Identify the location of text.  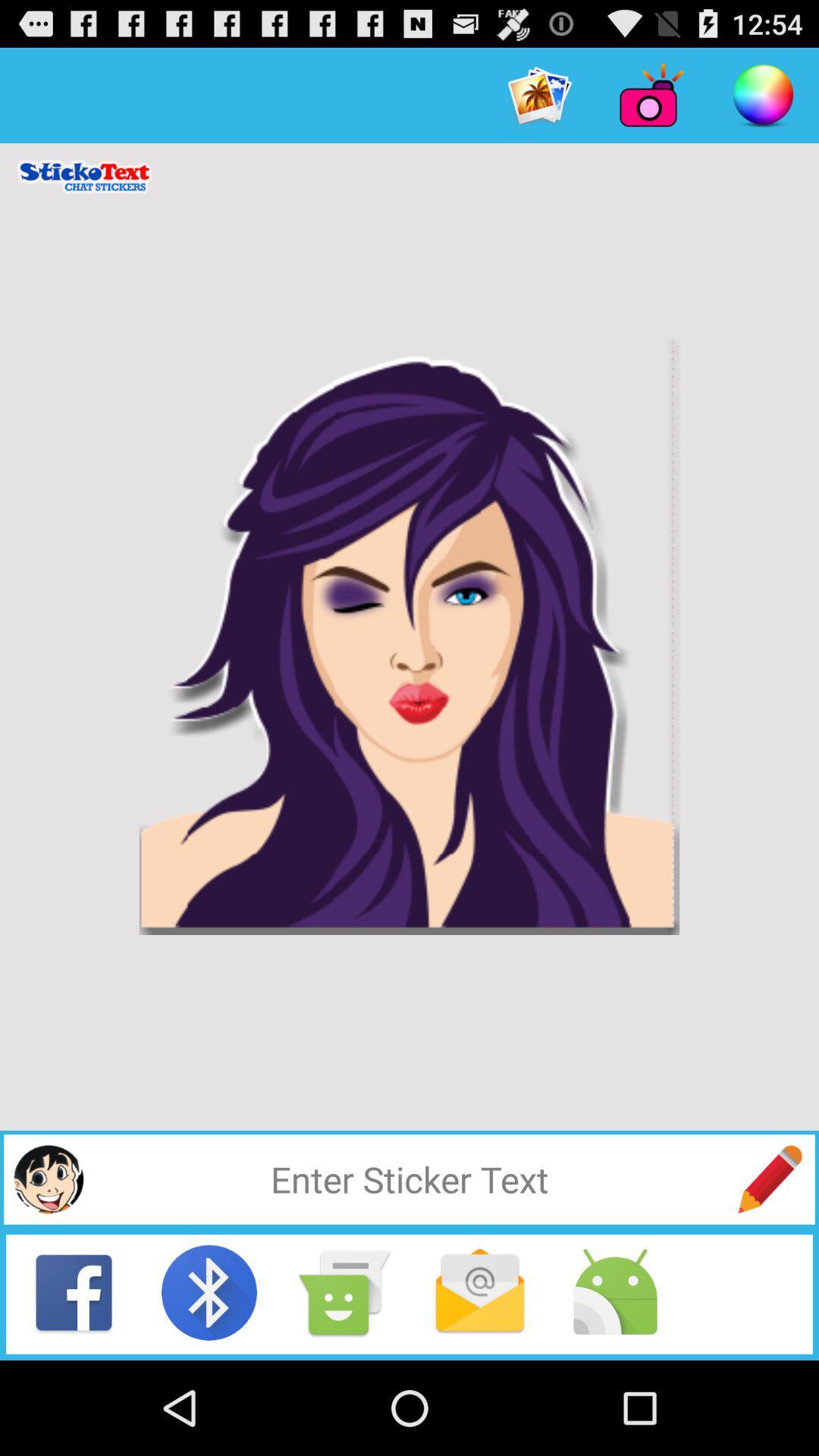
(409, 1178).